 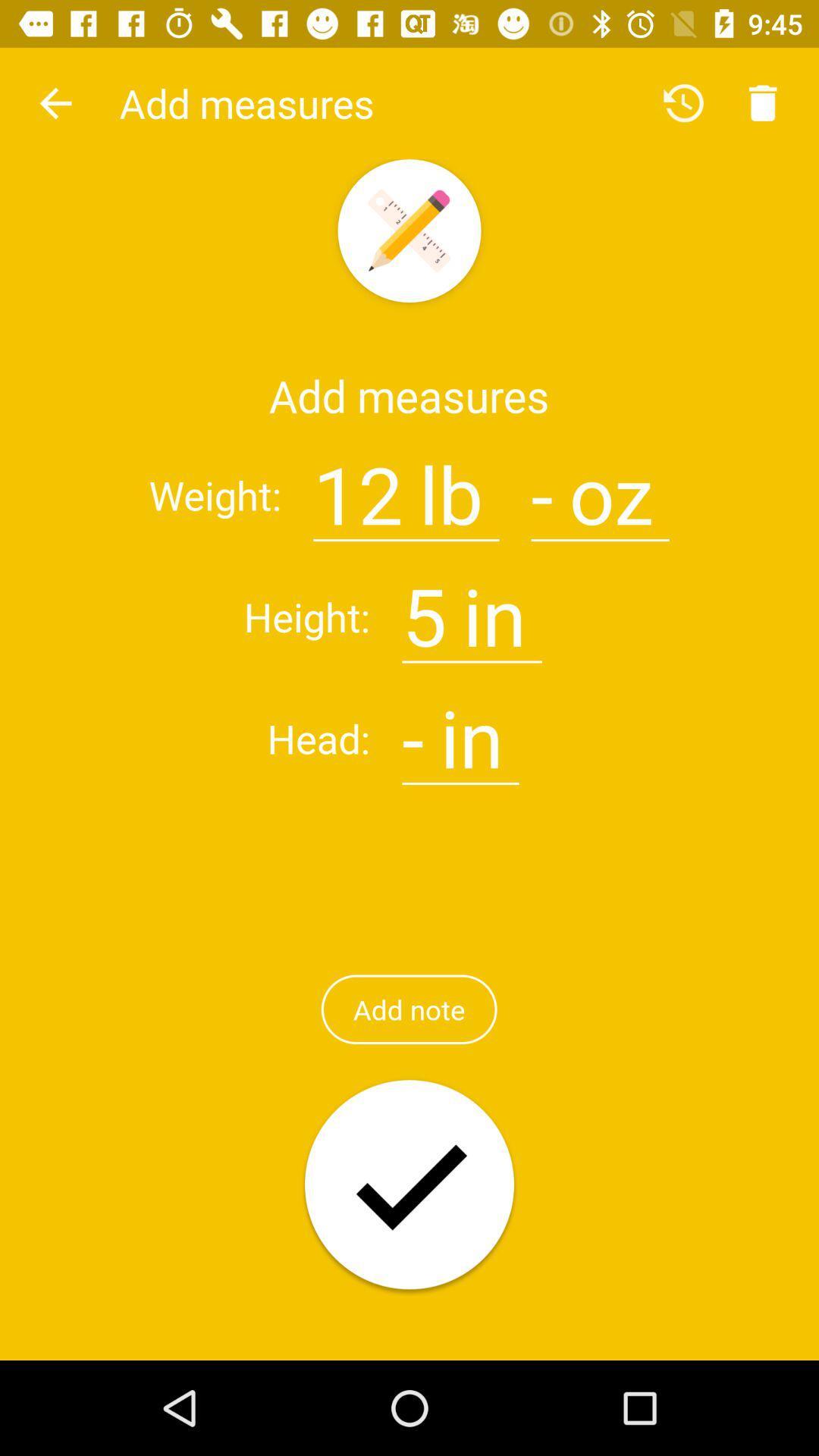 What do you see at coordinates (541, 485) in the screenshot?
I see `item above in` at bounding box center [541, 485].